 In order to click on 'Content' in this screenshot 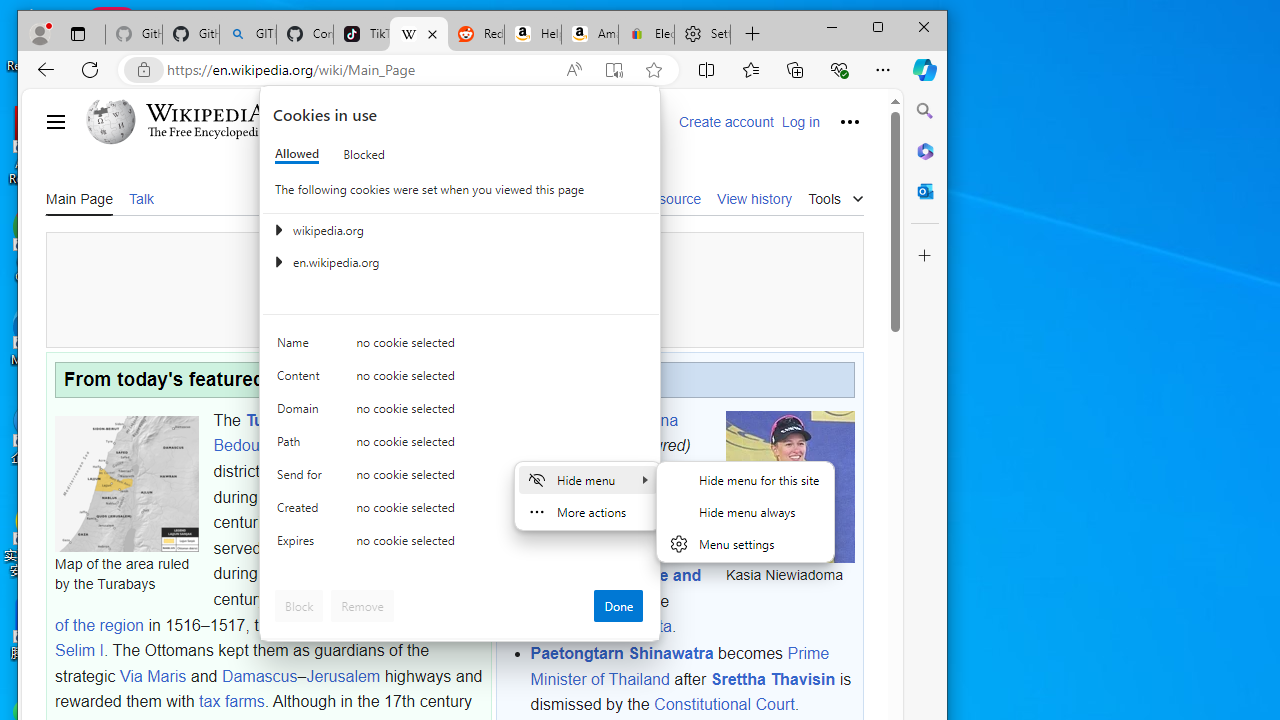, I will do `click(301, 380)`.